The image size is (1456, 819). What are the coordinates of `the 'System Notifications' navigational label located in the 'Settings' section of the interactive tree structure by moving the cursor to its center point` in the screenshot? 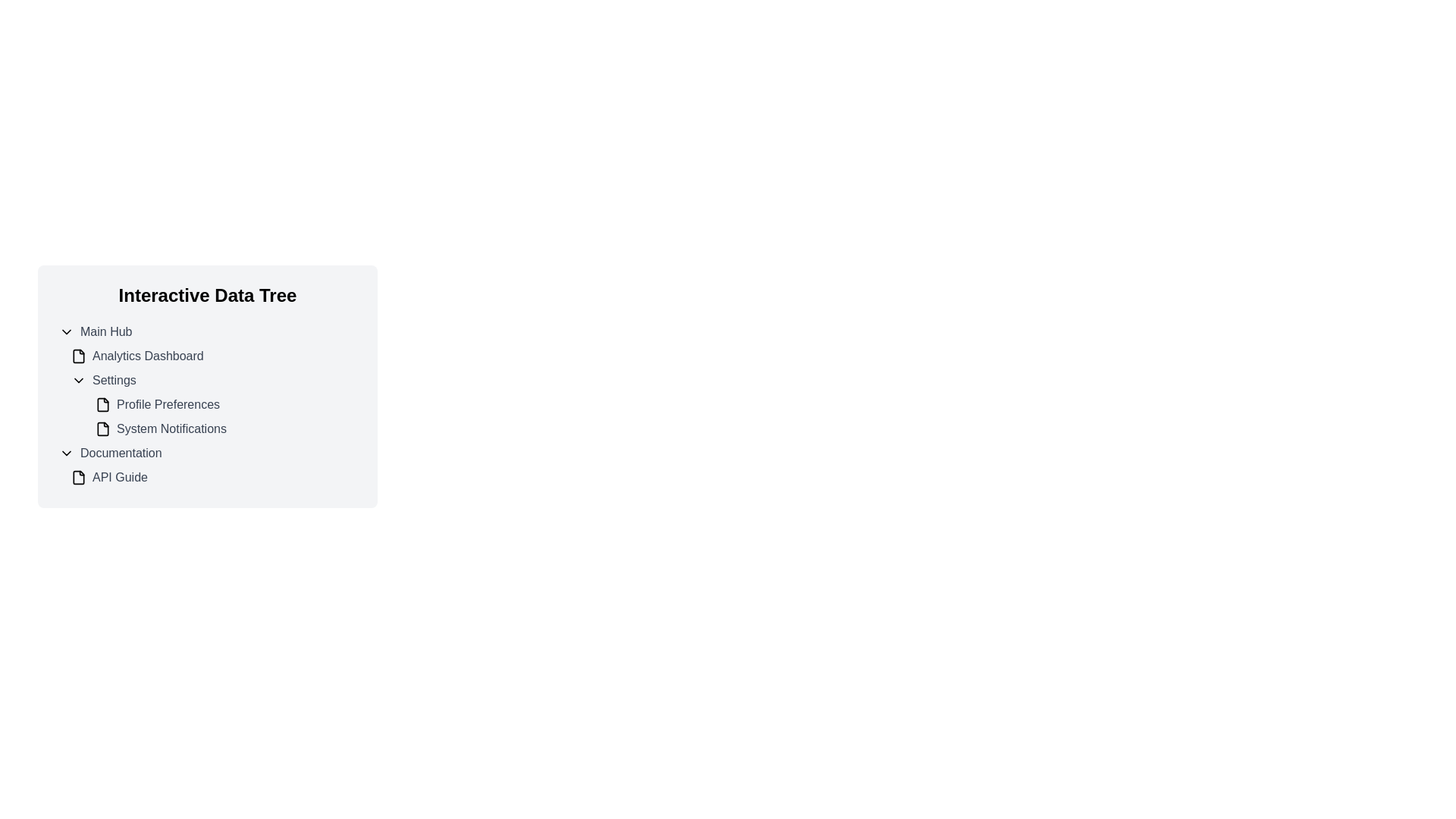 It's located at (224, 429).